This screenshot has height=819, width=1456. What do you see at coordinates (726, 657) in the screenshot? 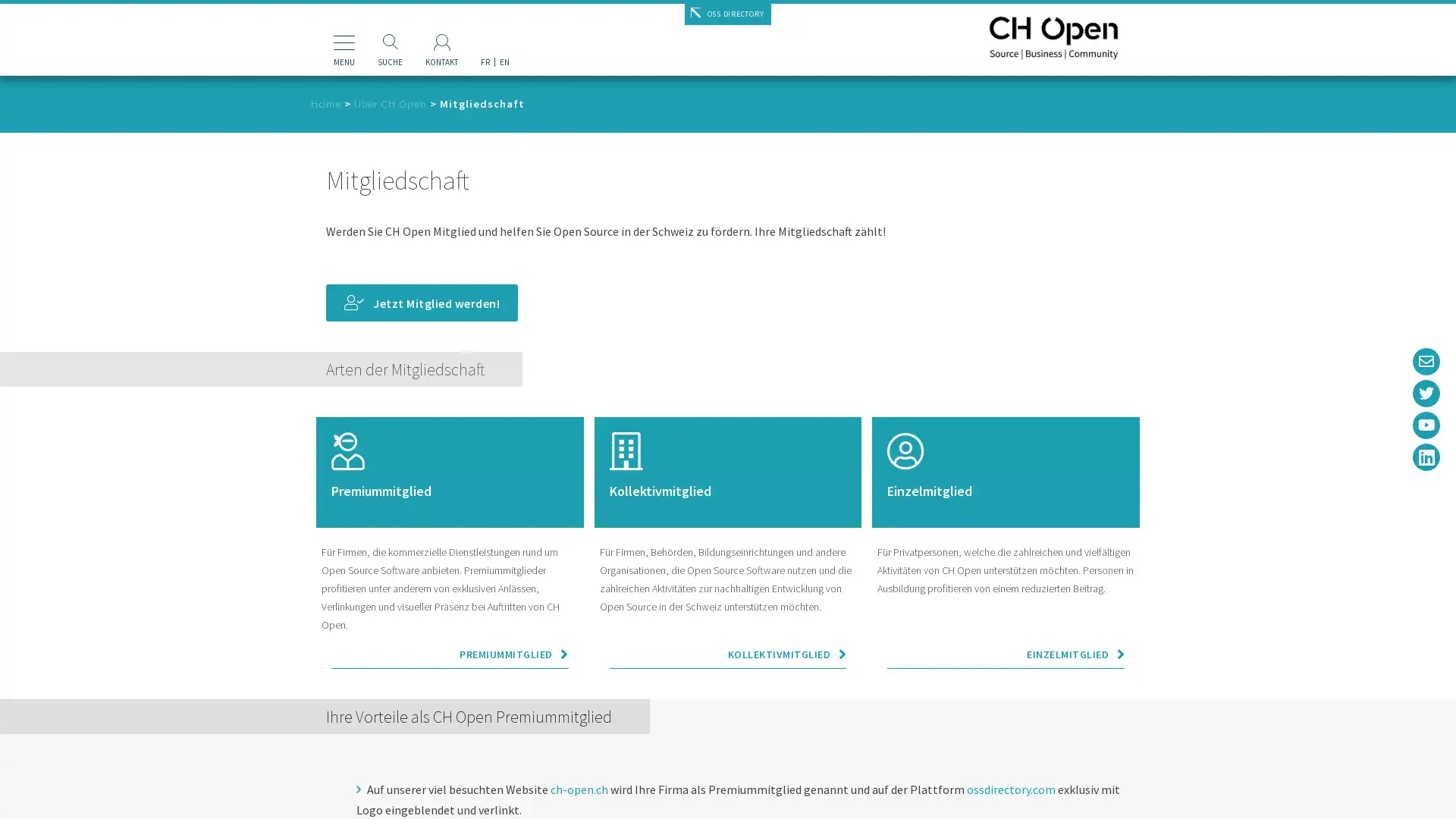
I see `KOLLEKTIVMITGLIED` at bounding box center [726, 657].